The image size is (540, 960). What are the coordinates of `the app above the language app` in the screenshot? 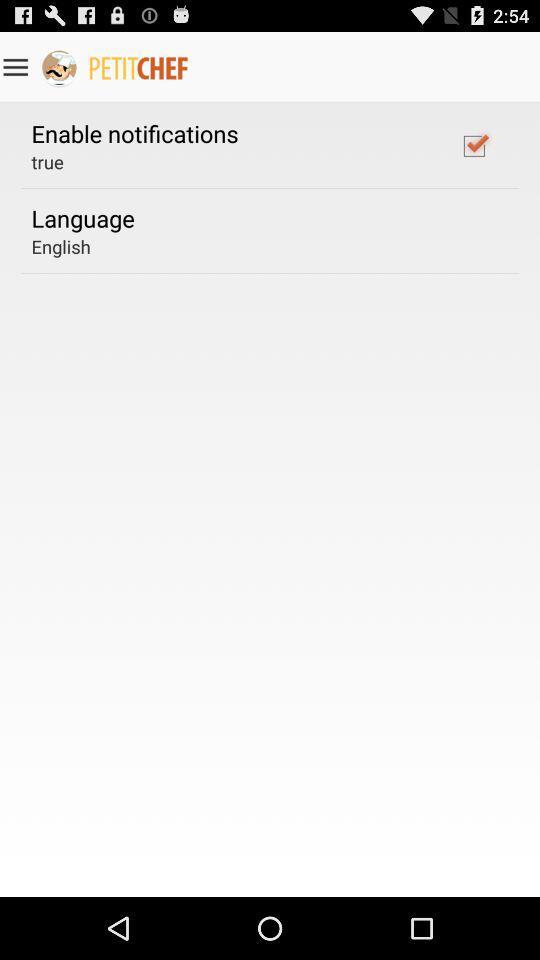 It's located at (47, 160).